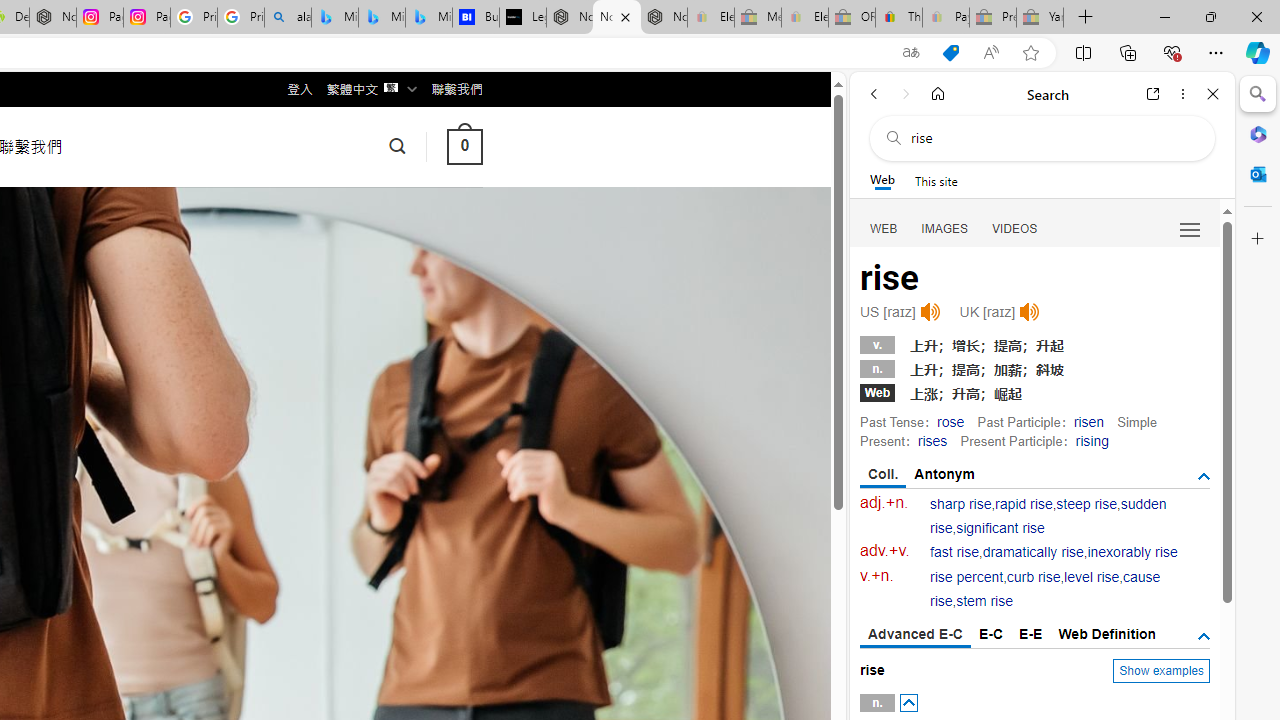 This screenshot has height=720, width=1280. Describe the element at coordinates (1202, 636) in the screenshot. I see `'AutomationID: tgdef'` at that location.